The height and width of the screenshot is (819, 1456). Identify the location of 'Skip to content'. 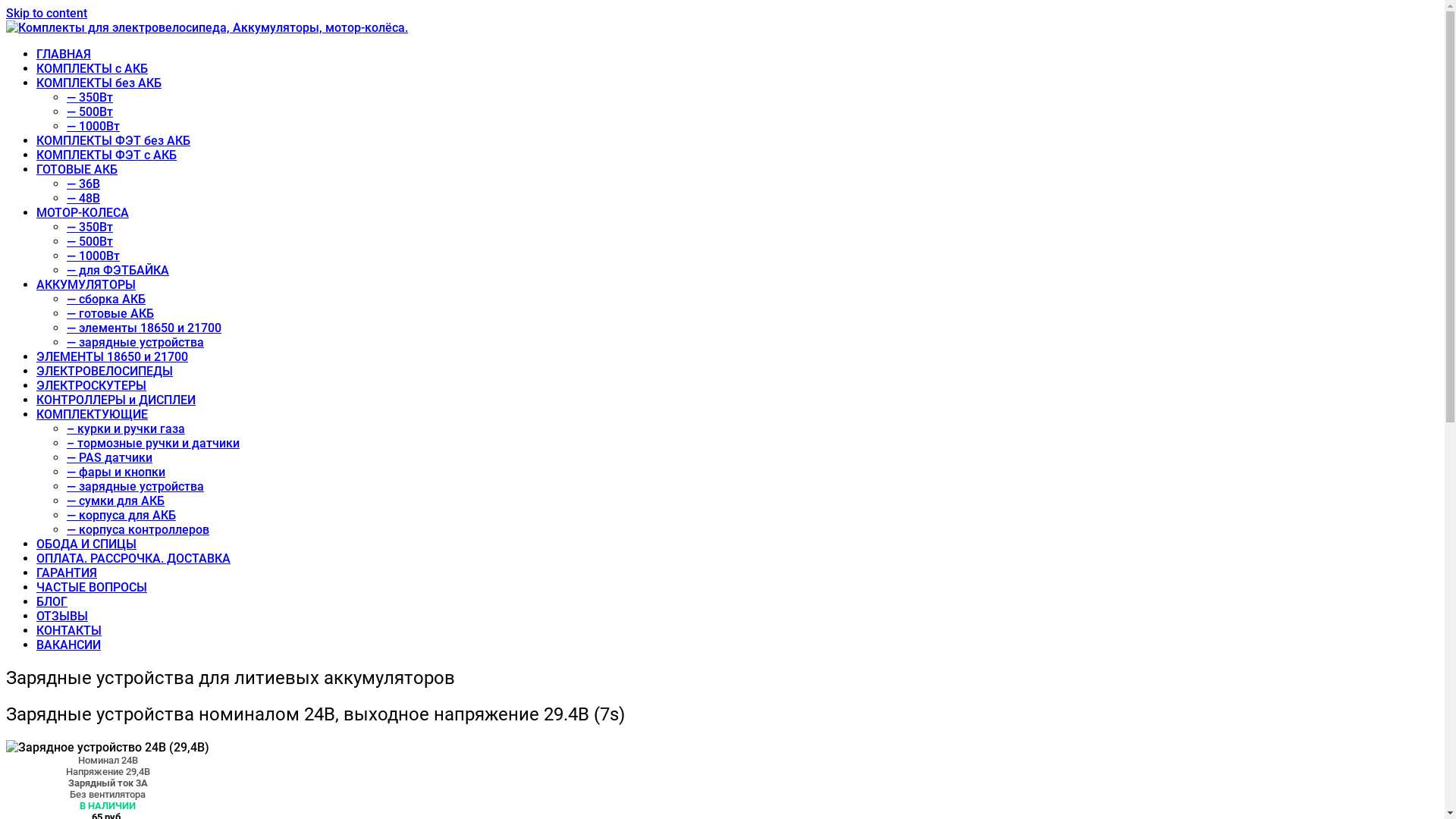
(46, 13).